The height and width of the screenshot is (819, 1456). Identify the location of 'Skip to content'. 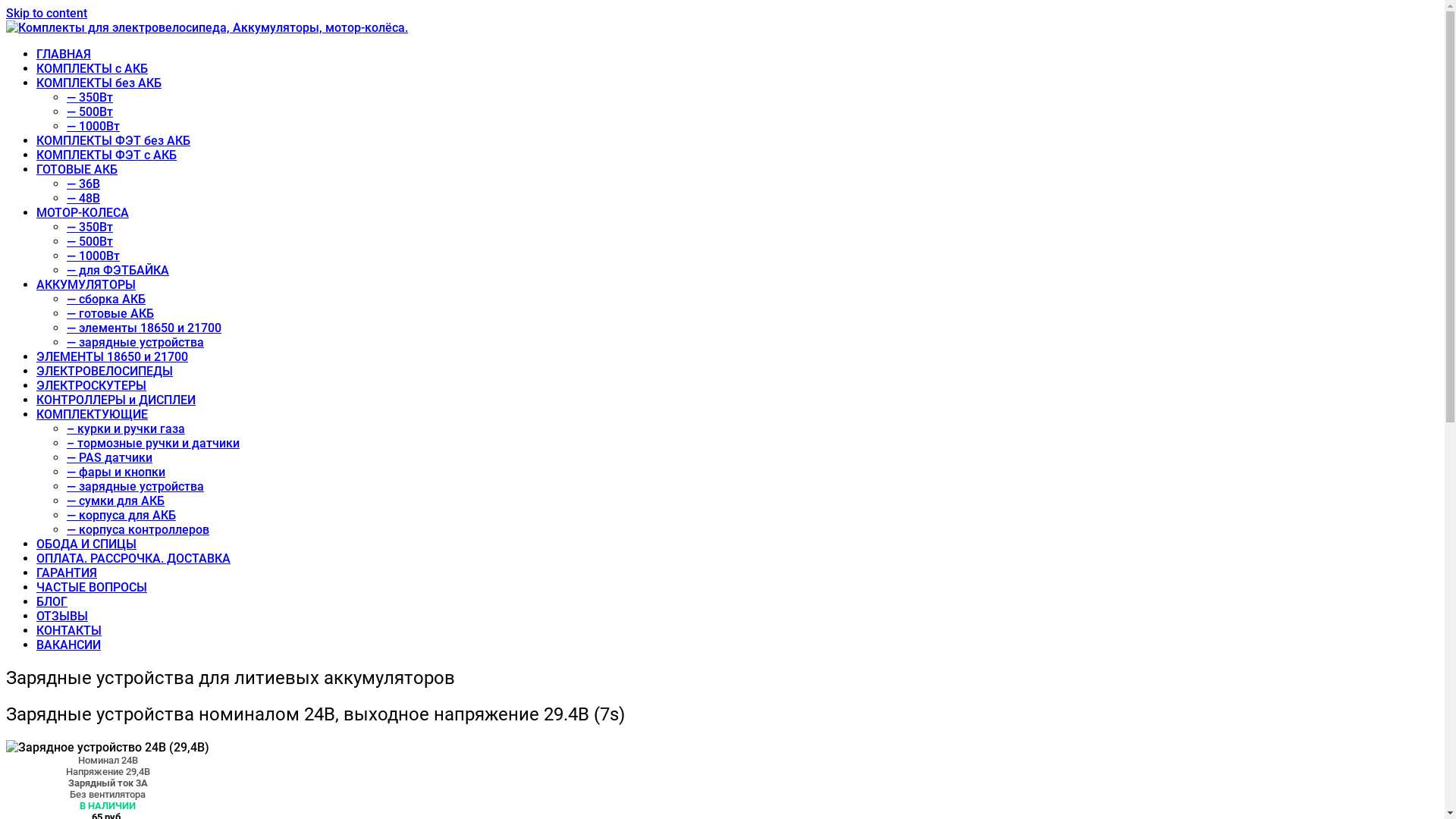
(46, 13).